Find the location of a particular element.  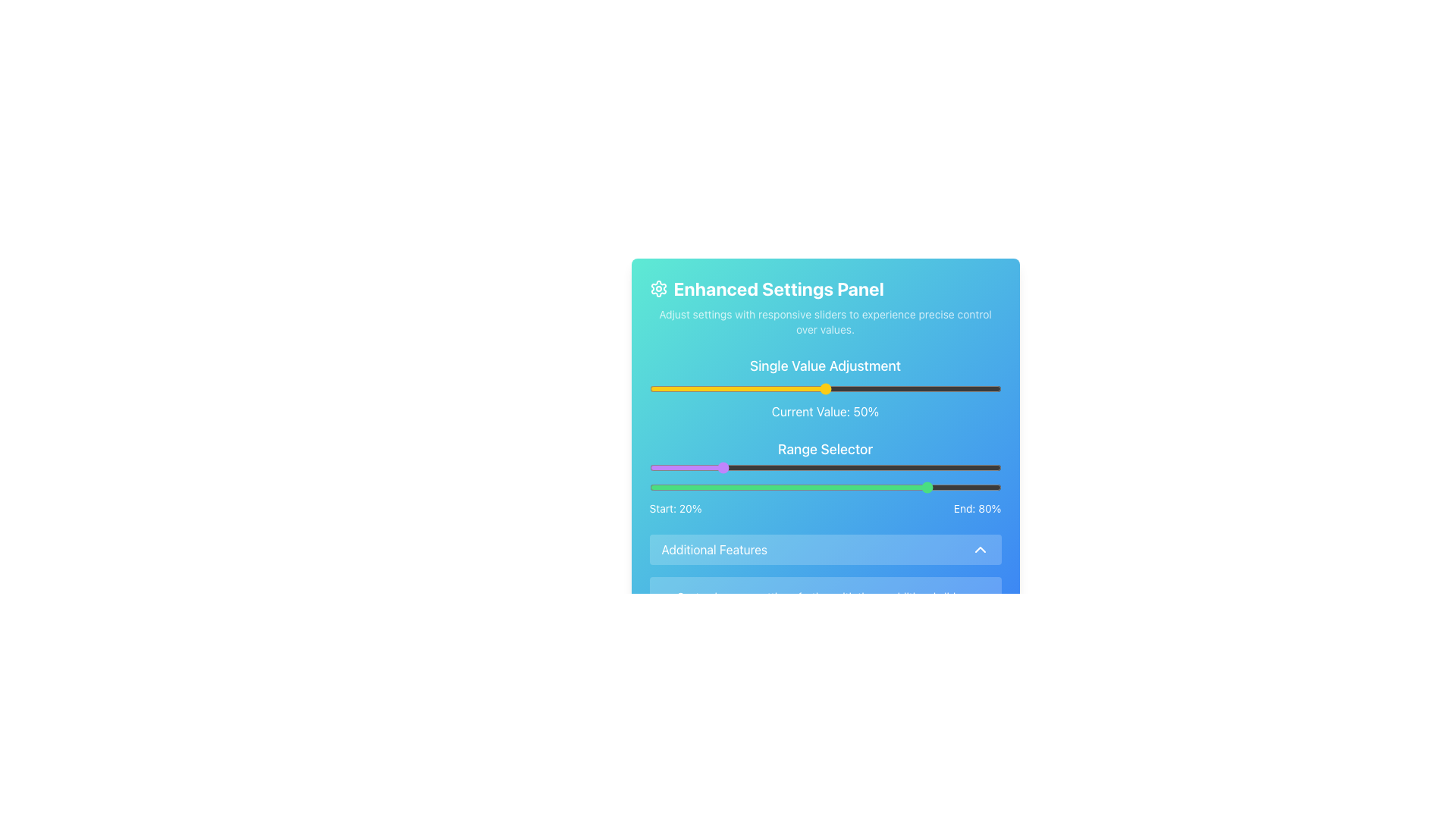

the slider is located at coordinates (885, 388).